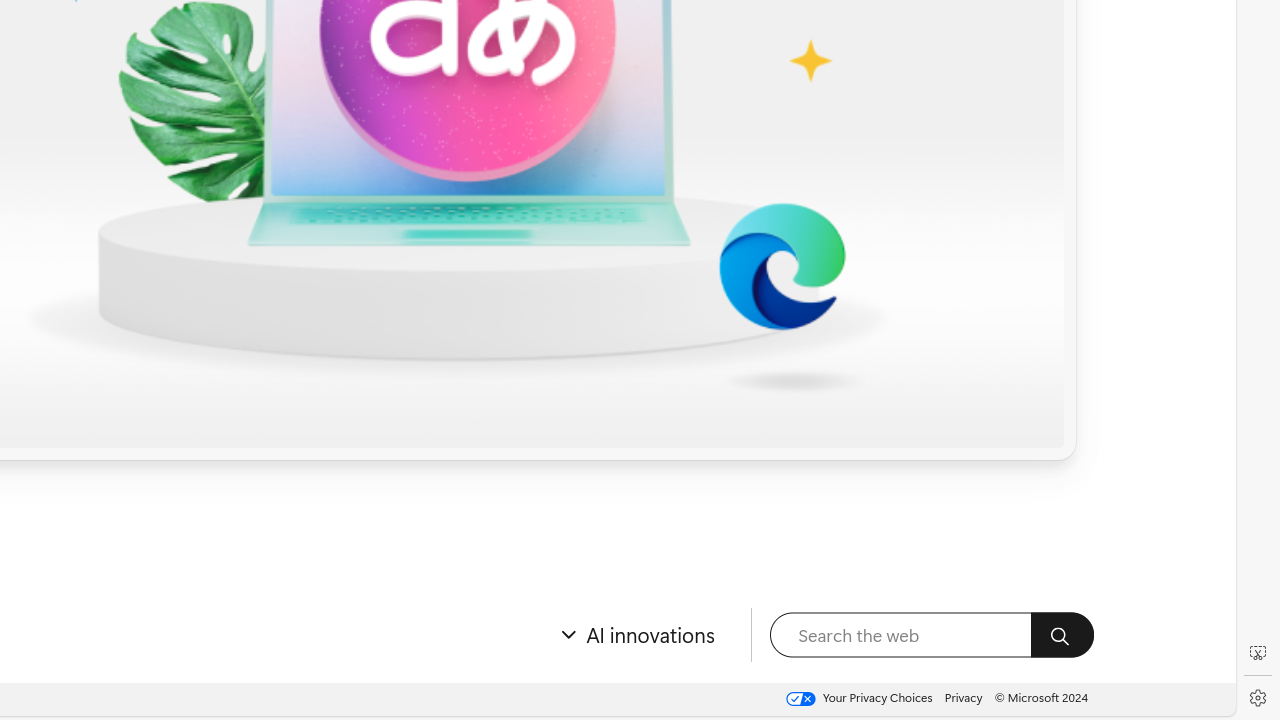 Image resolution: width=1280 pixels, height=720 pixels. What do you see at coordinates (1061, 634) in the screenshot?
I see `'Search'` at bounding box center [1061, 634].